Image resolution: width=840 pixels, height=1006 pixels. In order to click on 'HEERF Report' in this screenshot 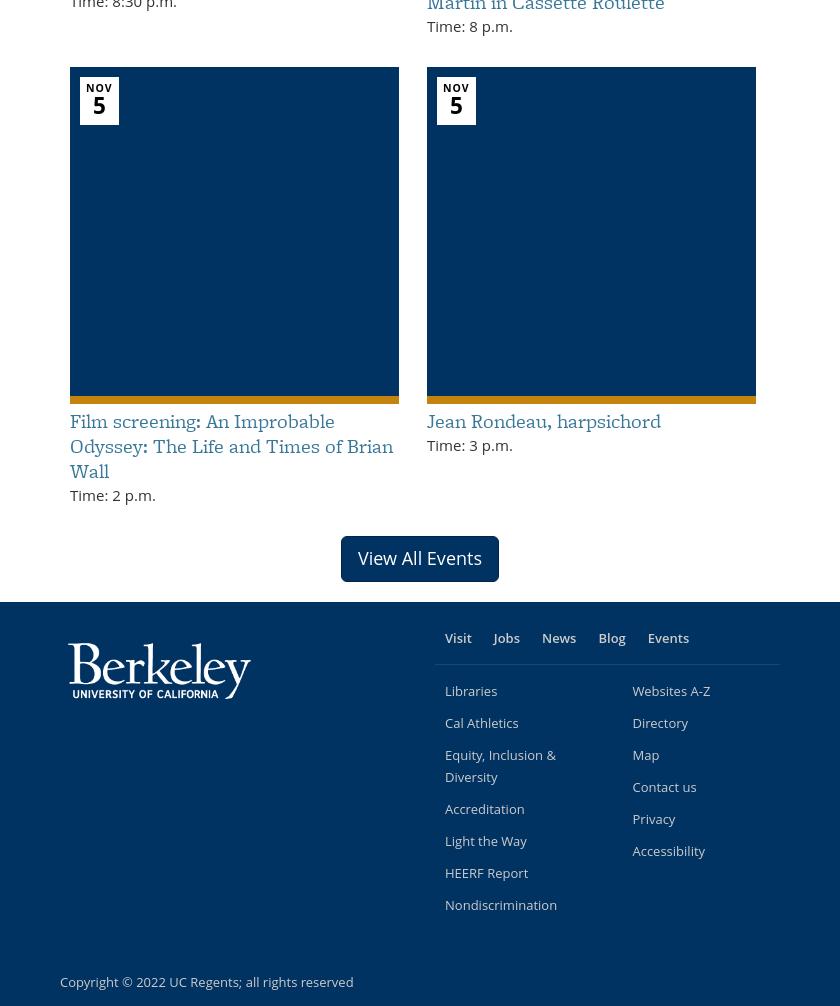, I will do `click(486, 871)`.